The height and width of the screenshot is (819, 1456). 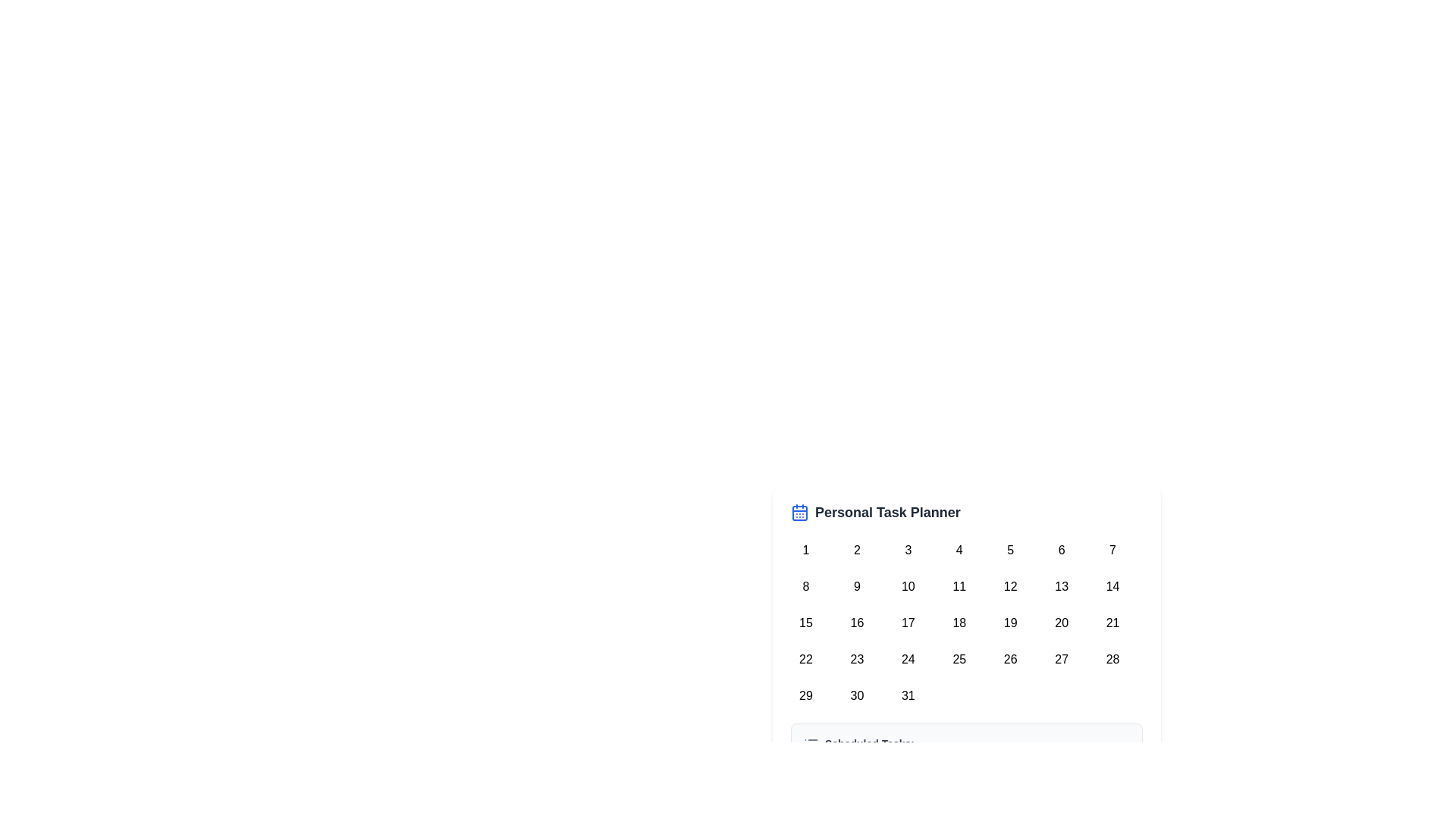 I want to click on the button representing a date in the calendar interface, so click(x=1010, y=550).